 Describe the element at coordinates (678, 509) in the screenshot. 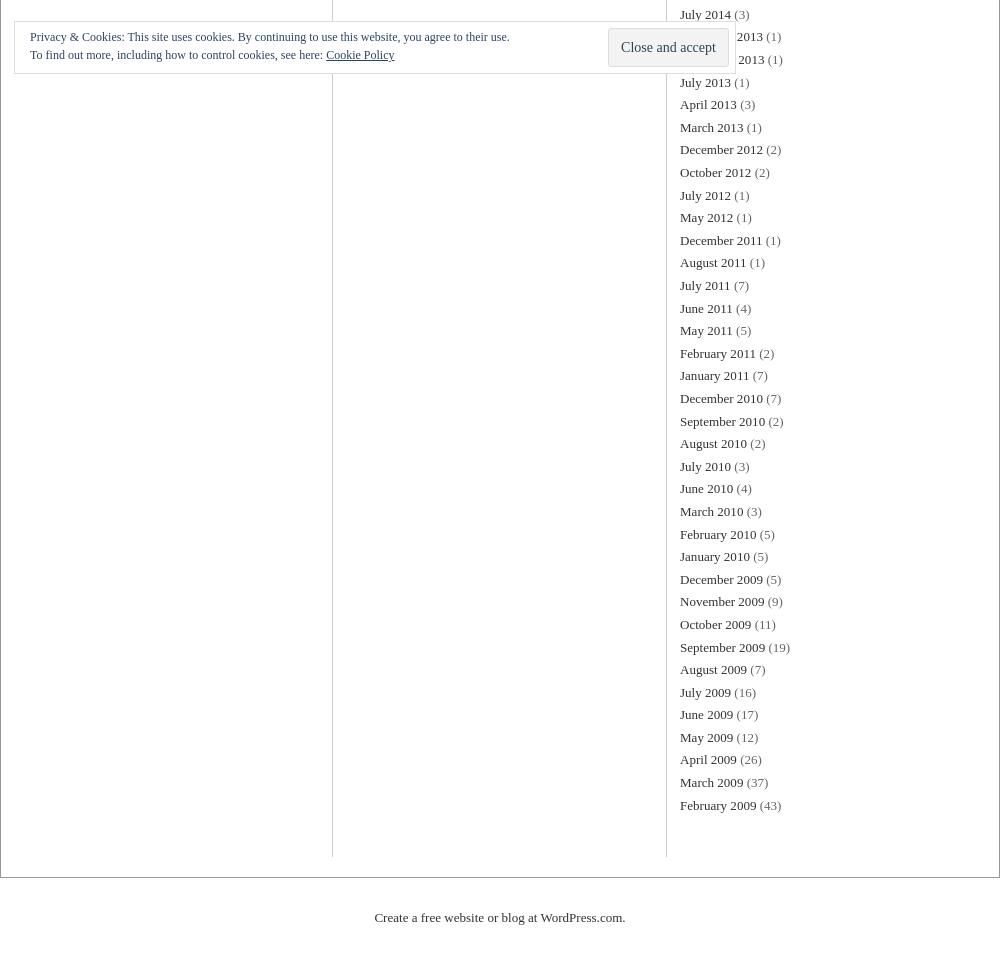

I see `'March 2010'` at that location.